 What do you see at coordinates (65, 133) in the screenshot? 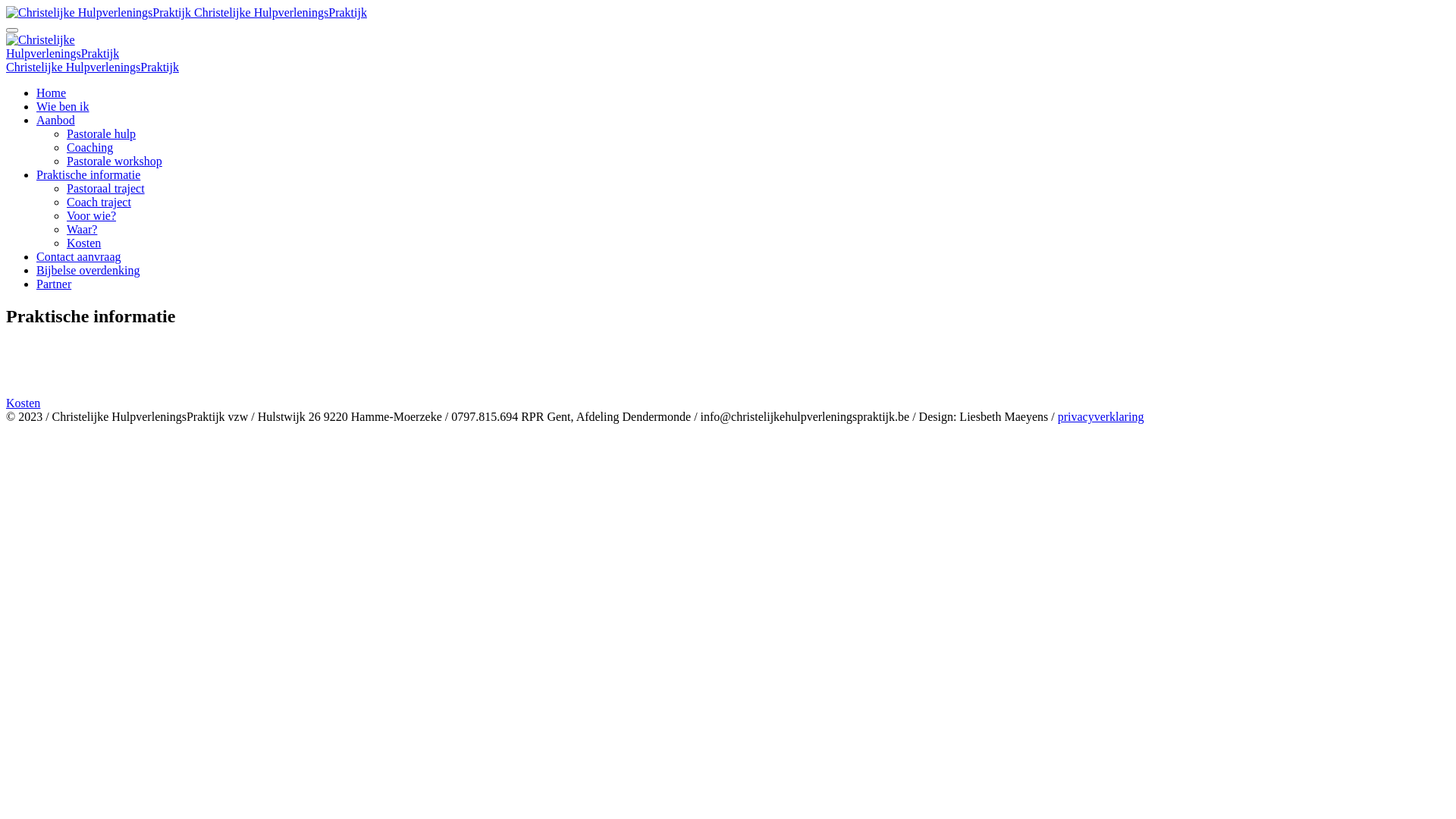
I see `'Pastorale hulp'` at bounding box center [65, 133].